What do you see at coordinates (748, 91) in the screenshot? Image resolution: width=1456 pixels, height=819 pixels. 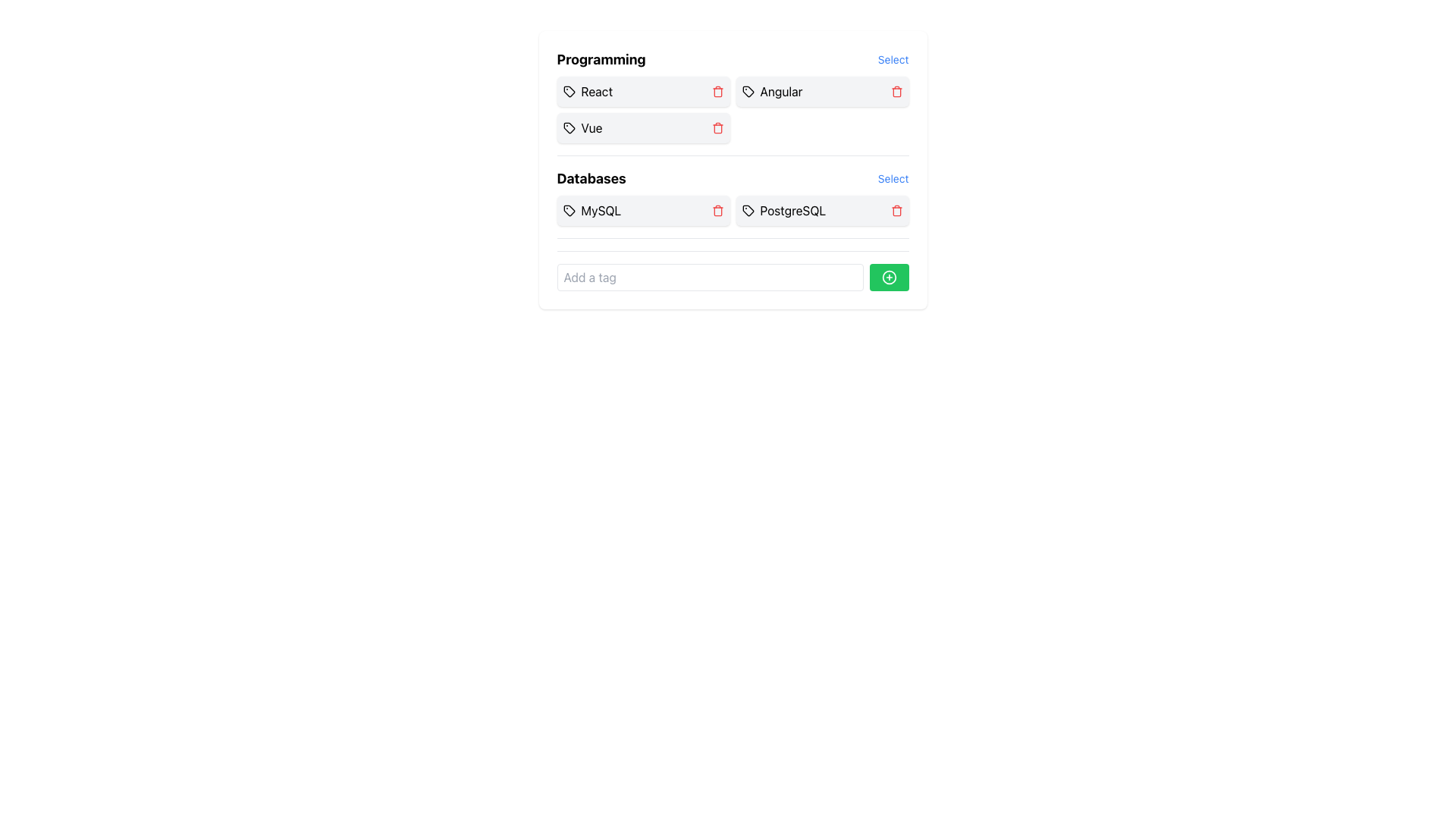 I see `the visual indicator icon associated with the 'Angular' label, located to the left of the 'Angular' text in the second row of tags under the 'Programming' section` at bounding box center [748, 91].